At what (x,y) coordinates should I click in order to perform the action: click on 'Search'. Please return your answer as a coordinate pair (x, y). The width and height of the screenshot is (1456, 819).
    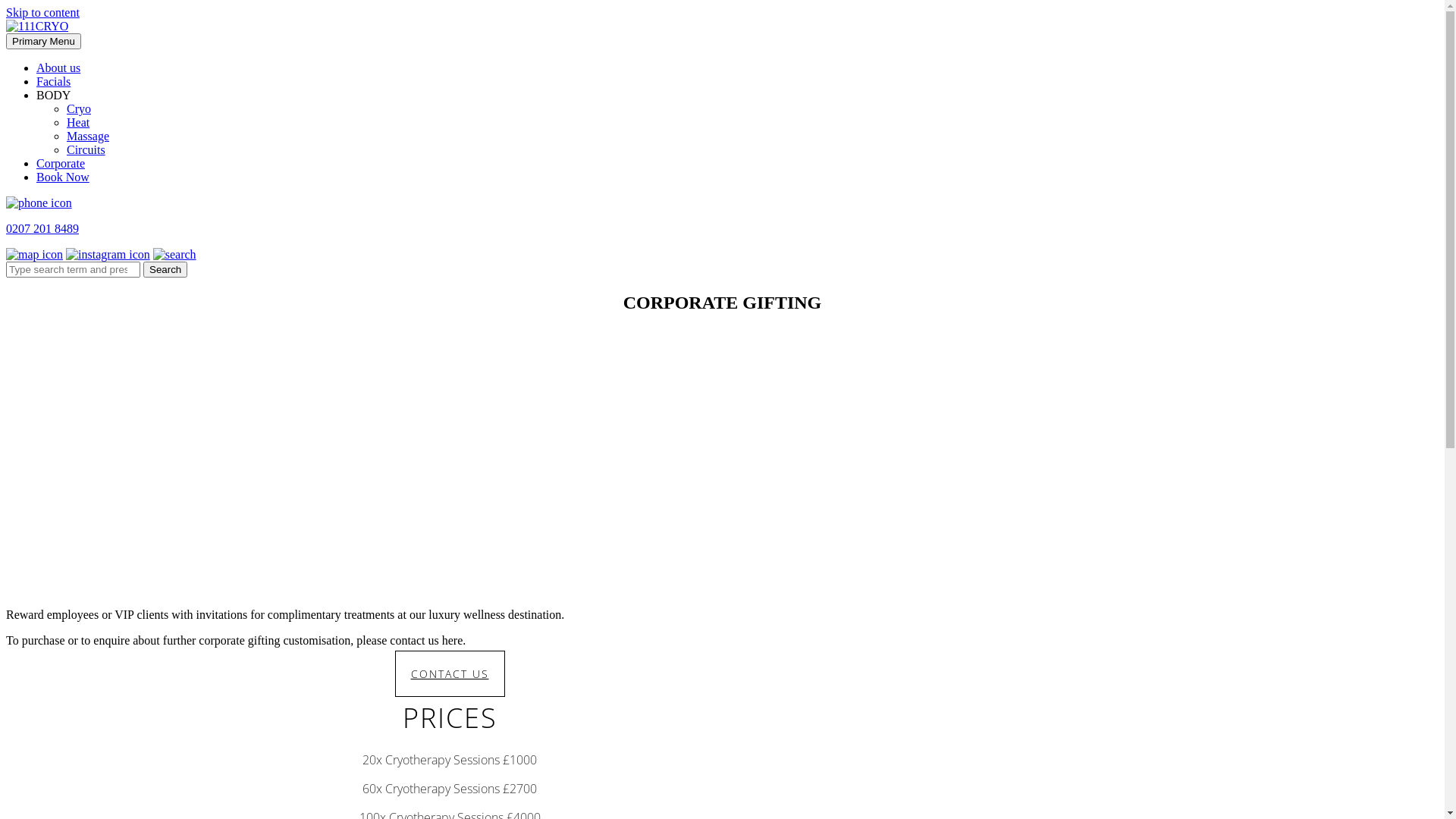
    Looking at the image, I should click on (165, 268).